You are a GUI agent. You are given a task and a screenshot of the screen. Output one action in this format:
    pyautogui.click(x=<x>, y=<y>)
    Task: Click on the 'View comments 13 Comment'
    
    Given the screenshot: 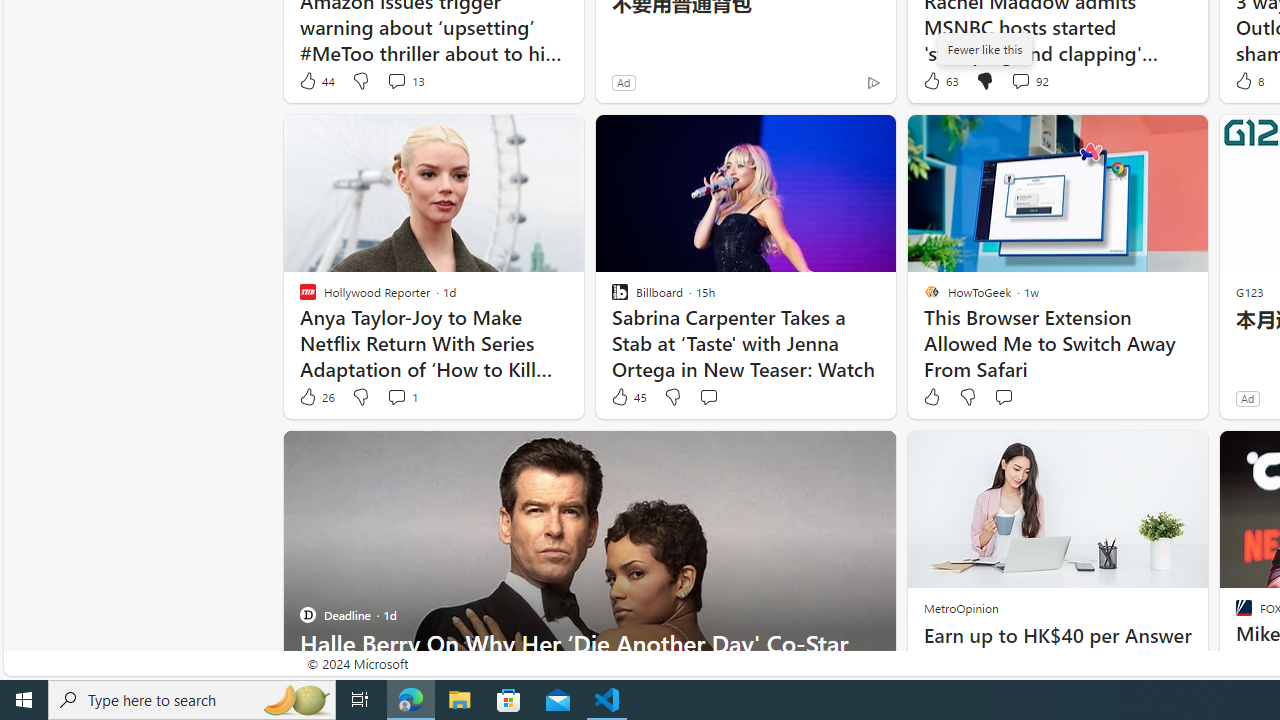 What is the action you would take?
    pyautogui.click(x=404, y=80)
    